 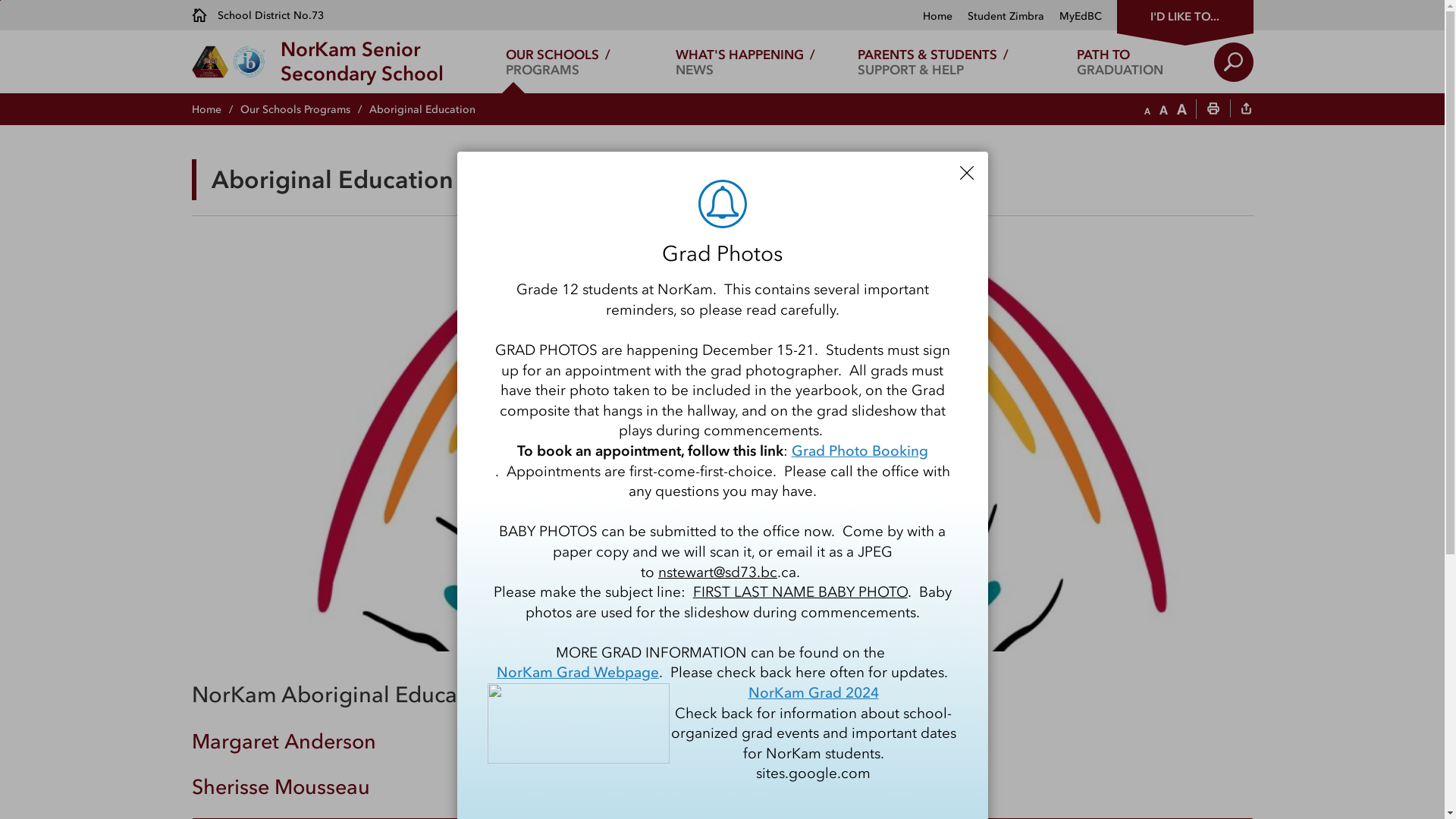 I want to click on 'Our Schools Programs', so click(x=303, y=108).